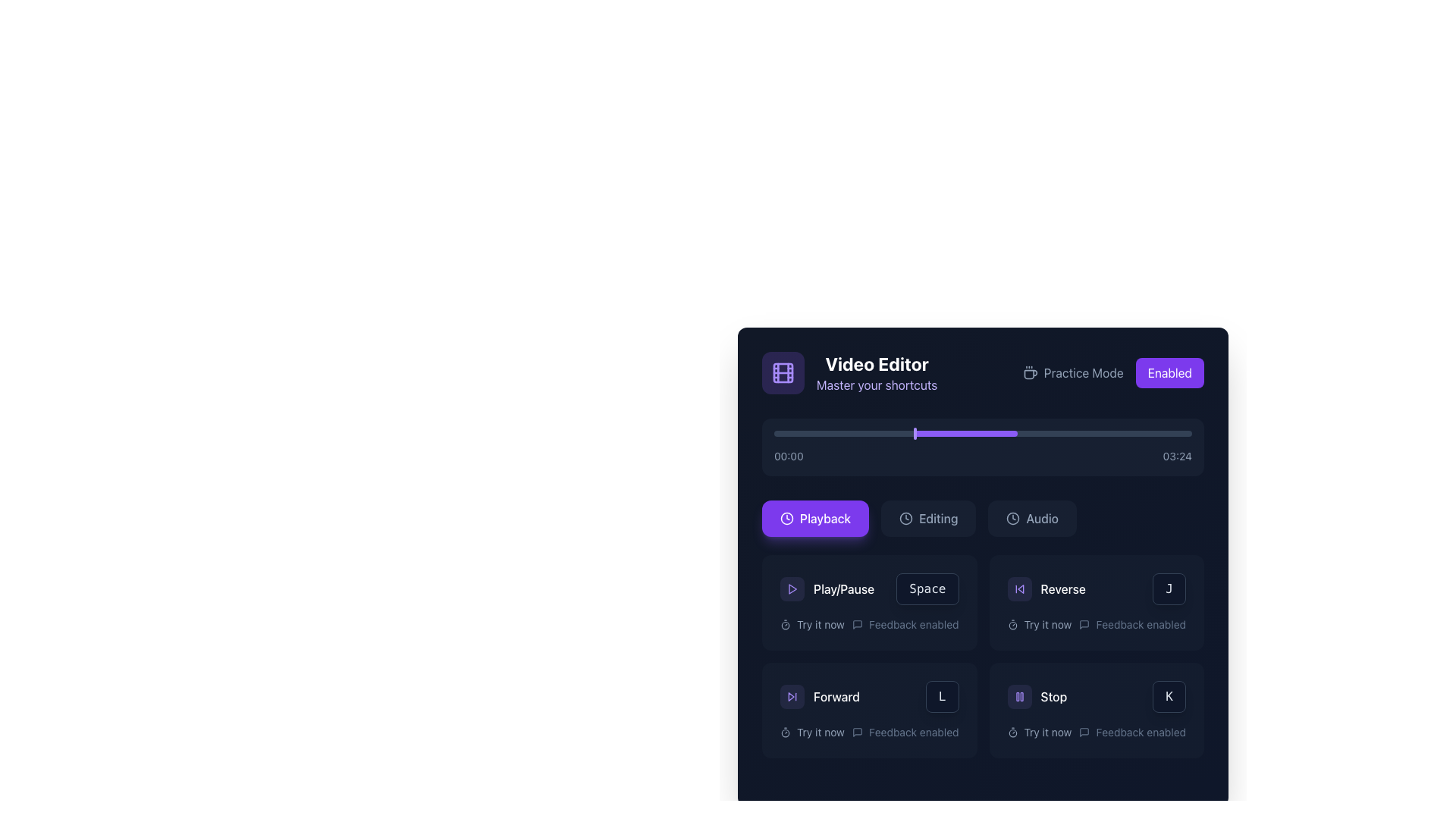 The height and width of the screenshot is (819, 1456). I want to click on the small timer icon with a circular frame, located to the left of the 'Try it now' text and associated with the 'Forward' control, so click(786, 731).